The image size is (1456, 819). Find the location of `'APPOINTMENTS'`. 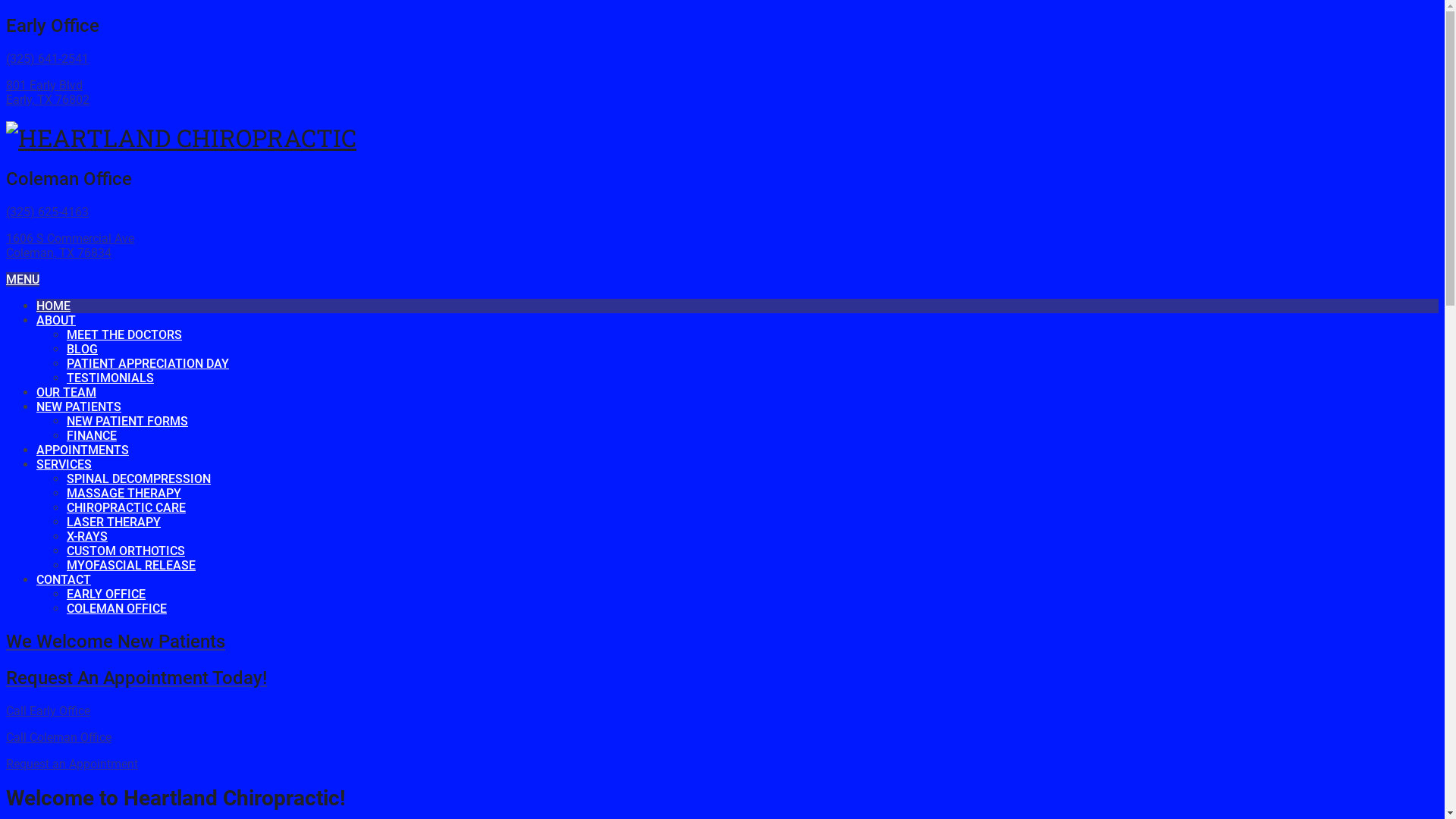

'APPOINTMENTS' is located at coordinates (36, 449).